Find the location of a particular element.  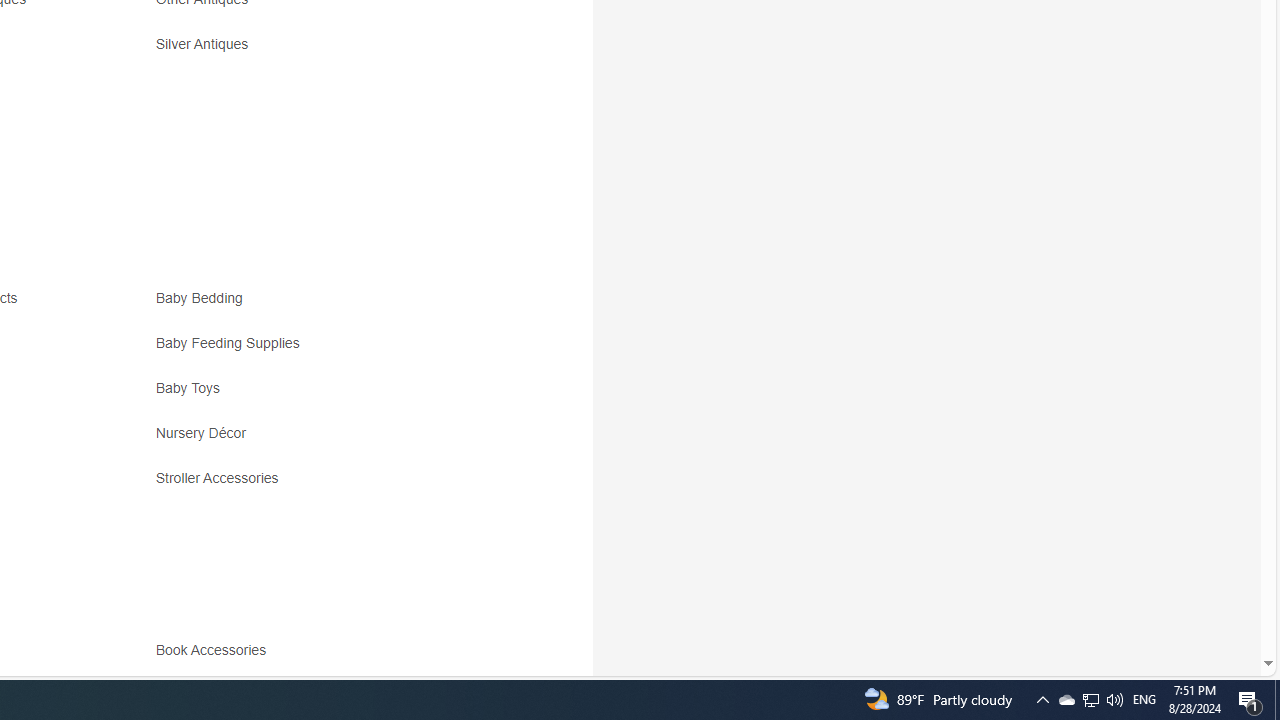

'Book Accessories' is located at coordinates (215, 650).